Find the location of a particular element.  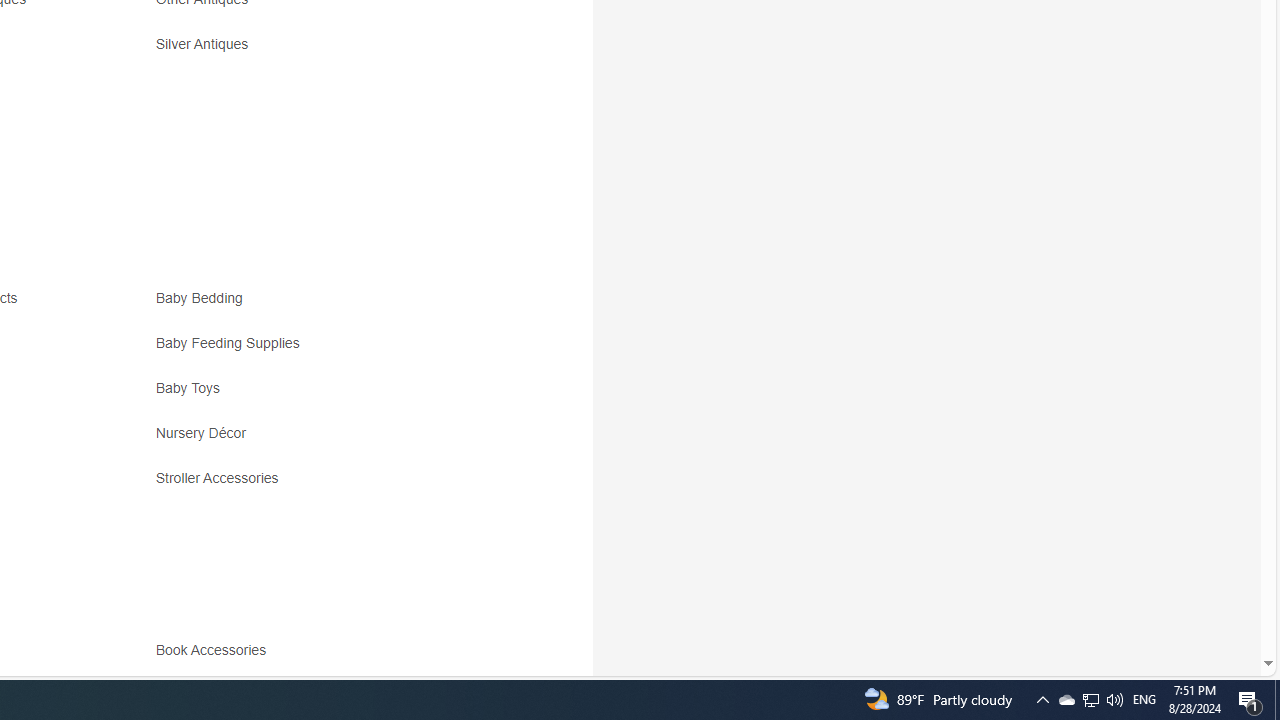

'Book Accessories' is located at coordinates (215, 650).